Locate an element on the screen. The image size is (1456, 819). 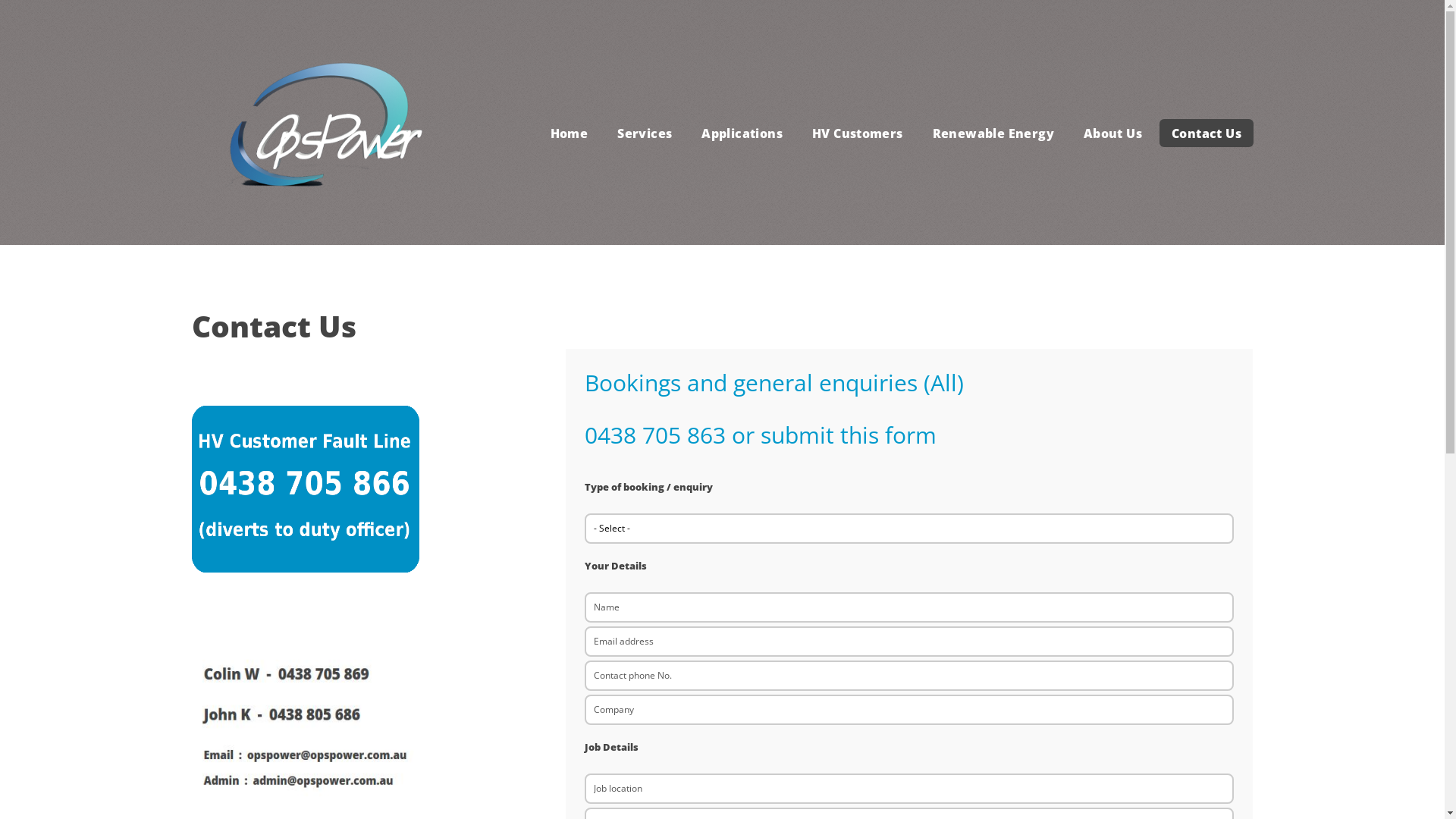
'Home' is located at coordinates (568, 133).